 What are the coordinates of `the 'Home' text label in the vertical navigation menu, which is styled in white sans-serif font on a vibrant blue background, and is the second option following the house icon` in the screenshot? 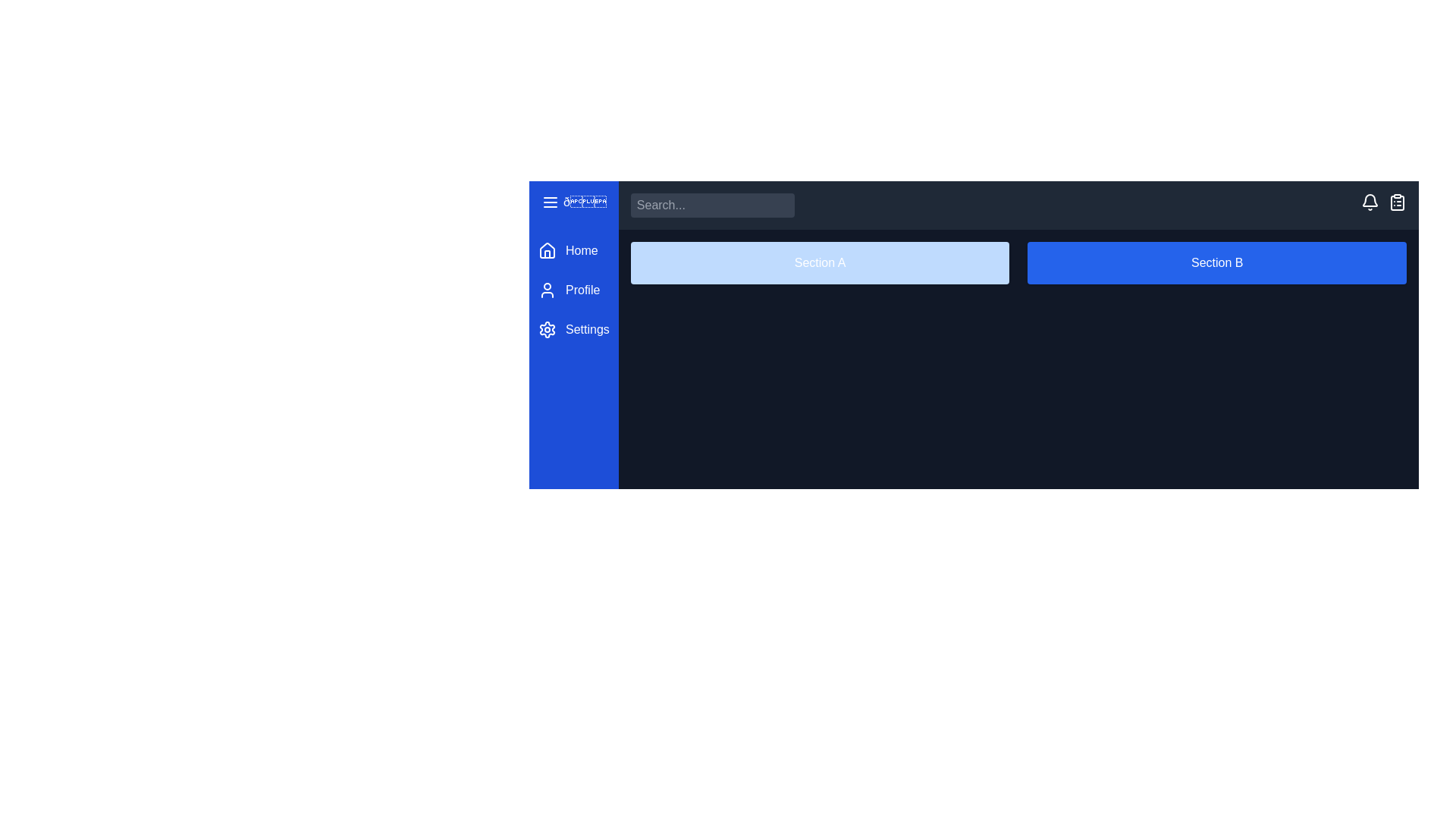 It's located at (581, 250).